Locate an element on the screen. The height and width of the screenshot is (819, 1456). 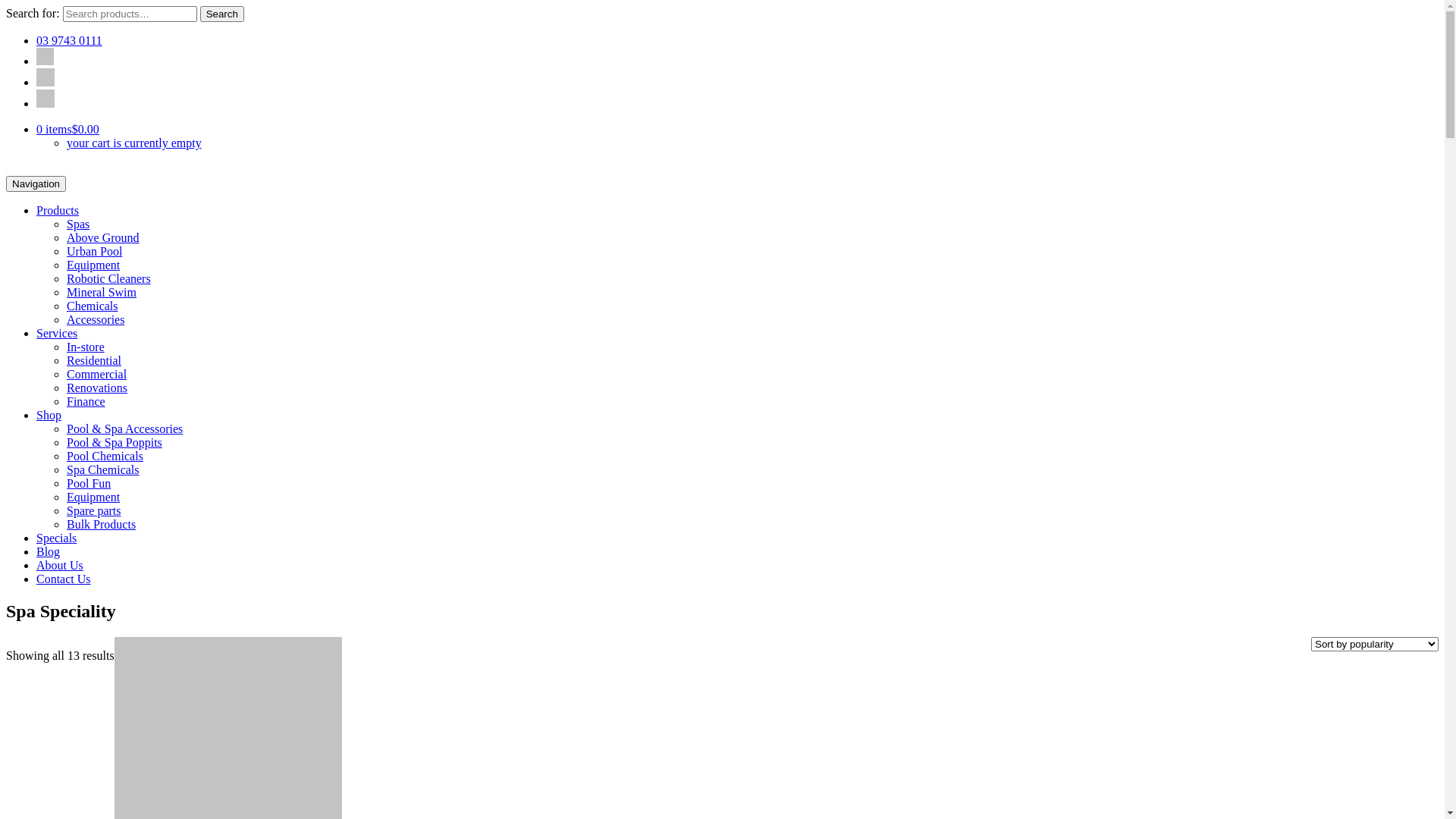
'Renovations' is located at coordinates (96, 387).